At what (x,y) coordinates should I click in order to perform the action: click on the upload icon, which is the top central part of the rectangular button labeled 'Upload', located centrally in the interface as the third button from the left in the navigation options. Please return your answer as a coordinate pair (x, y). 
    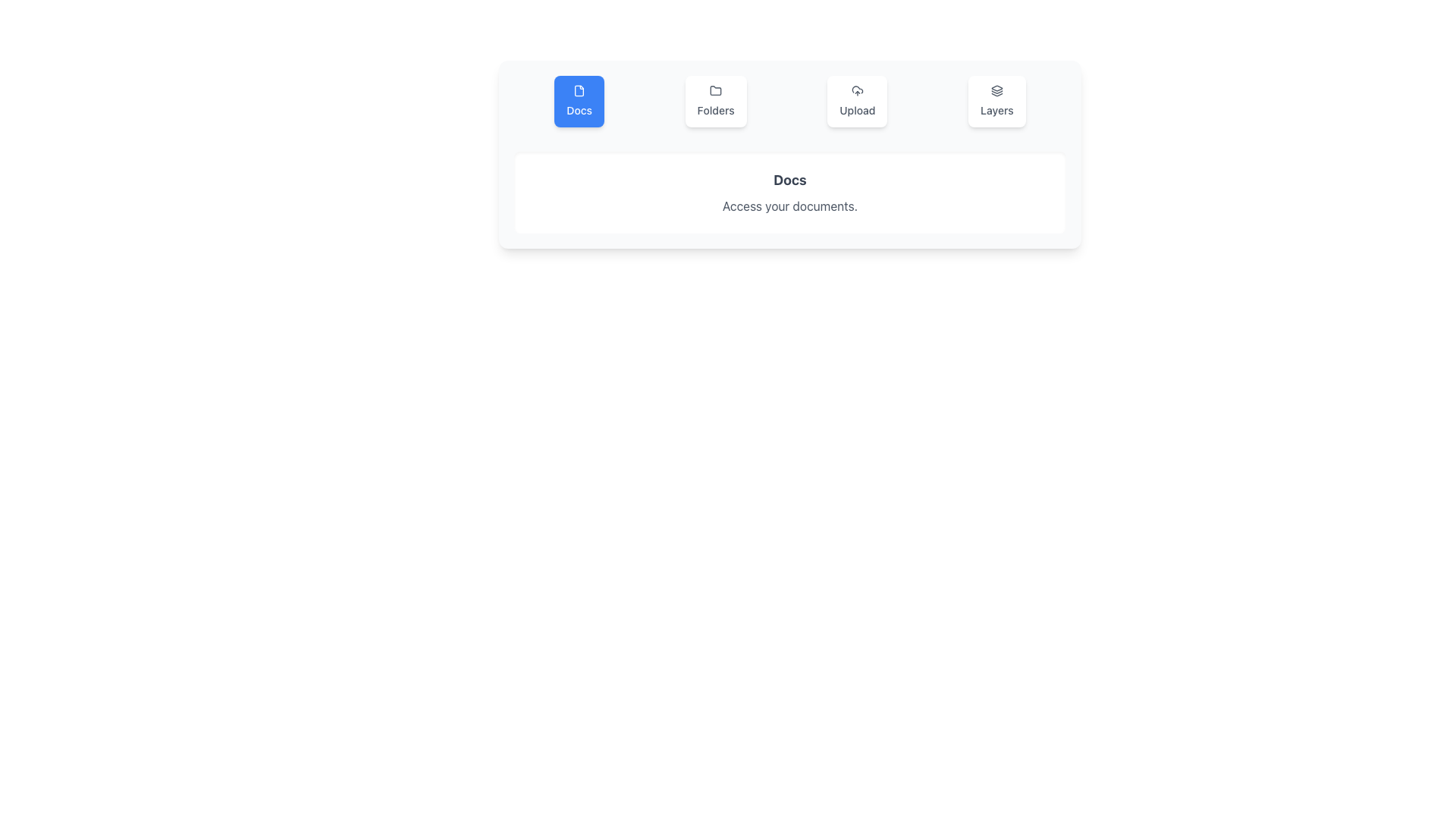
    Looking at the image, I should click on (857, 90).